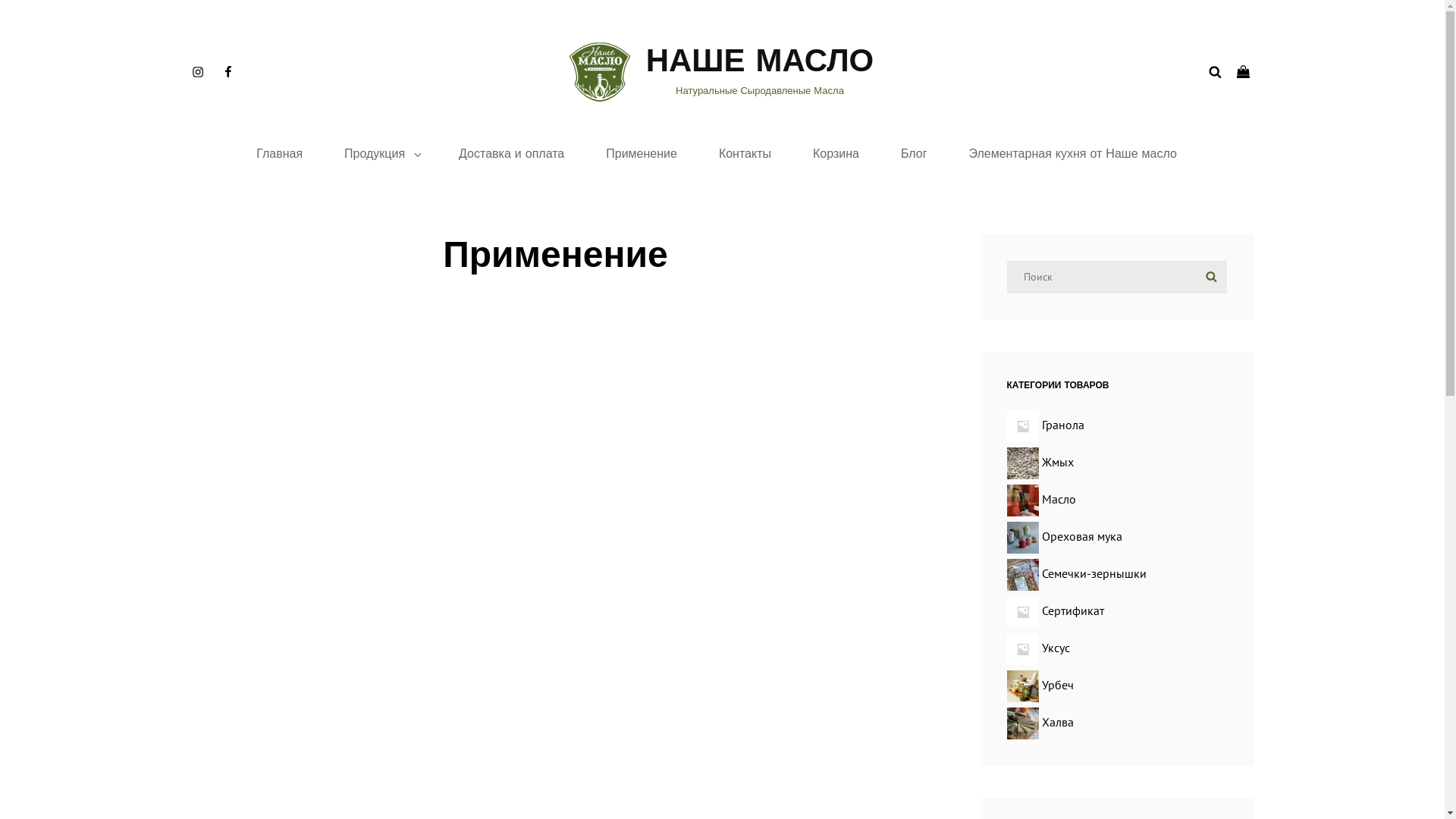  I want to click on 'View your shopping cart', so click(1244, 72).